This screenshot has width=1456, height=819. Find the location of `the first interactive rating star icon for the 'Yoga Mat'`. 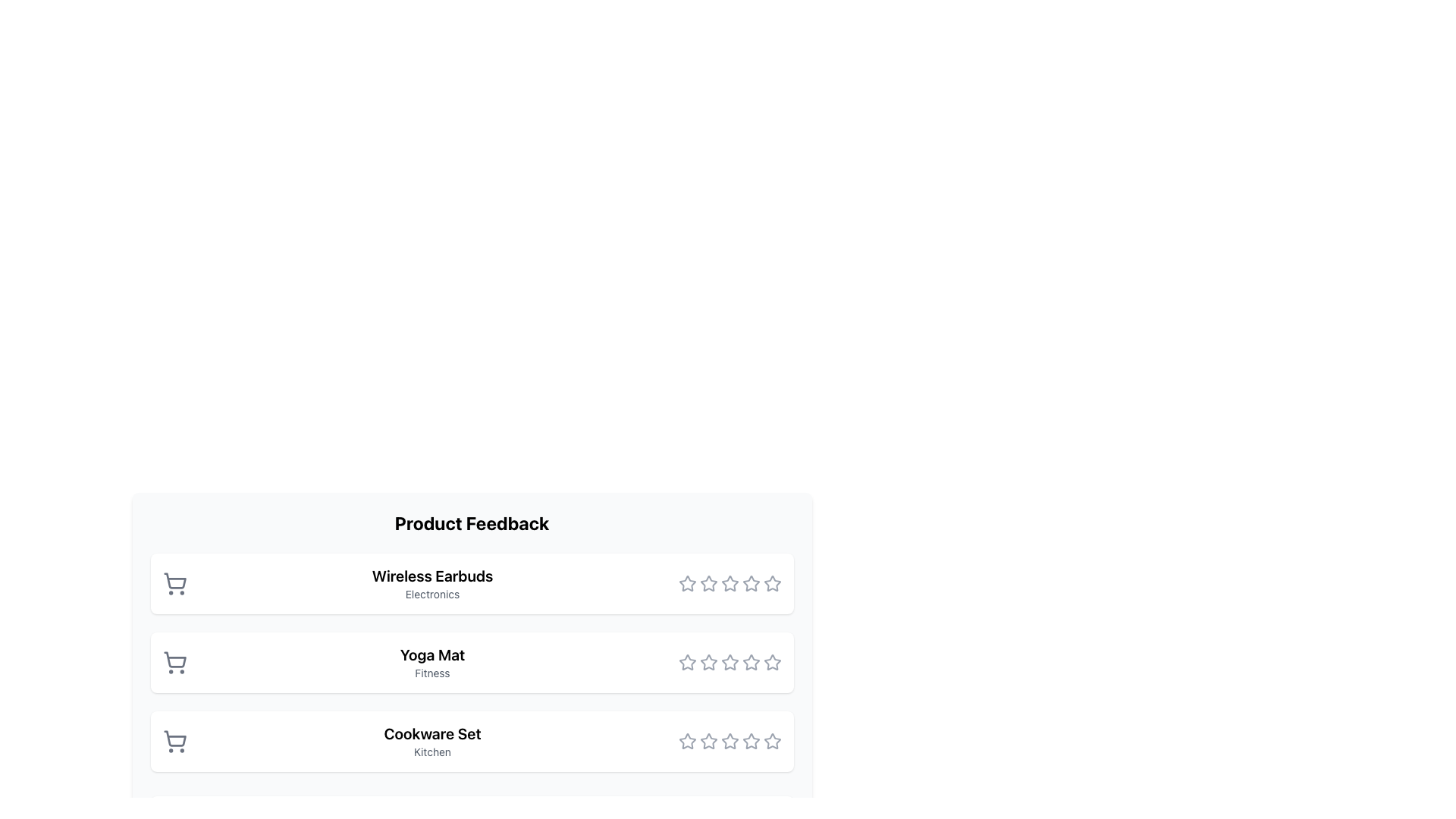

the first interactive rating star icon for the 'Yoga Mat' is located at coordinates (686, 662).